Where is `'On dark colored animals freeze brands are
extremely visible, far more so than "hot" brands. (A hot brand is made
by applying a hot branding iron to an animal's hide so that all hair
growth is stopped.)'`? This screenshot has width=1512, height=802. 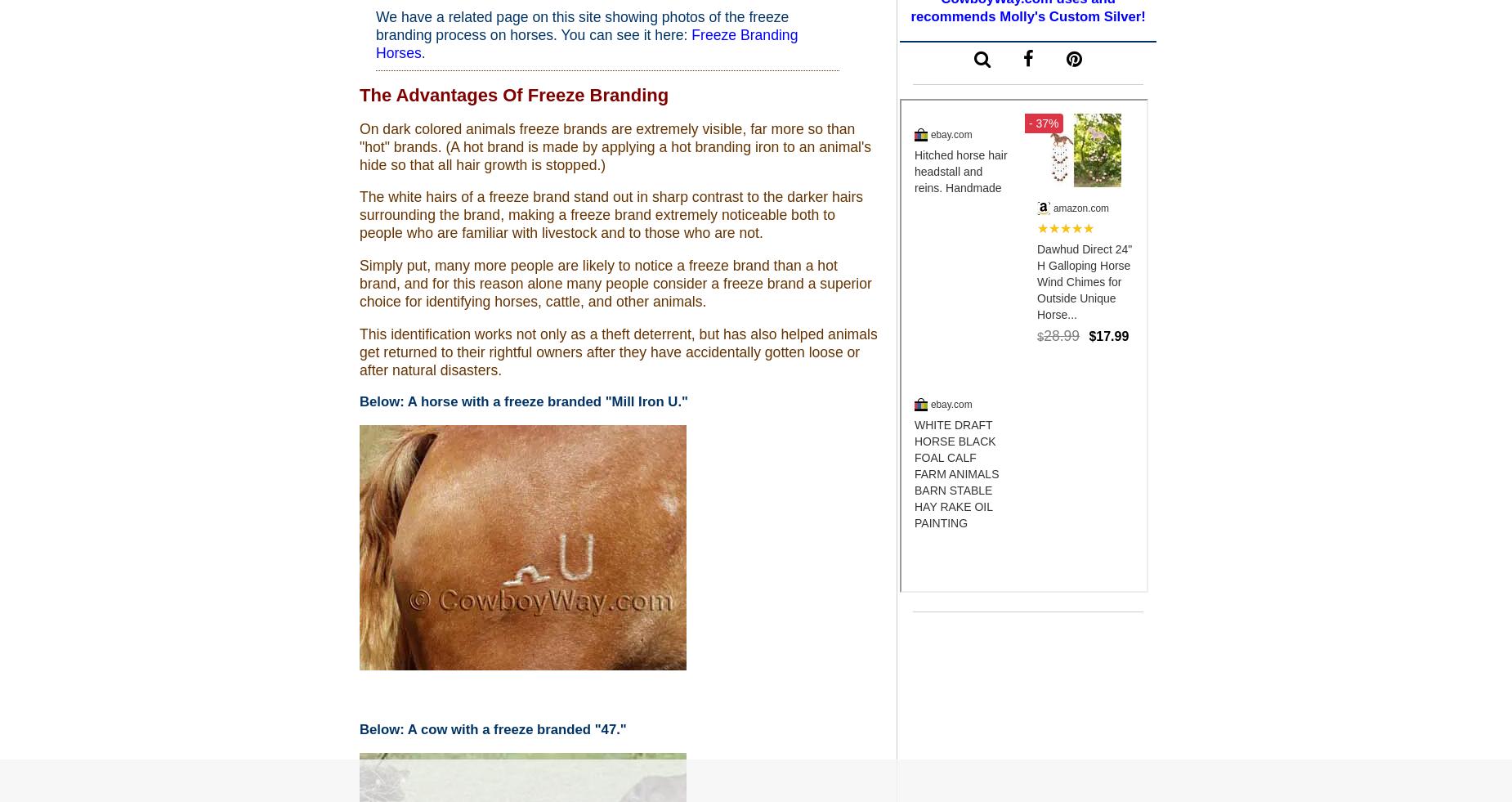
'On dark colored animals freeze brands are
extremely visible, far more so than "hot" brands. (A hot brand is made
by applying a hot branding iron to an animal's hide so that all hair
growth is stopped.)' is located at coordinates (615, 146).